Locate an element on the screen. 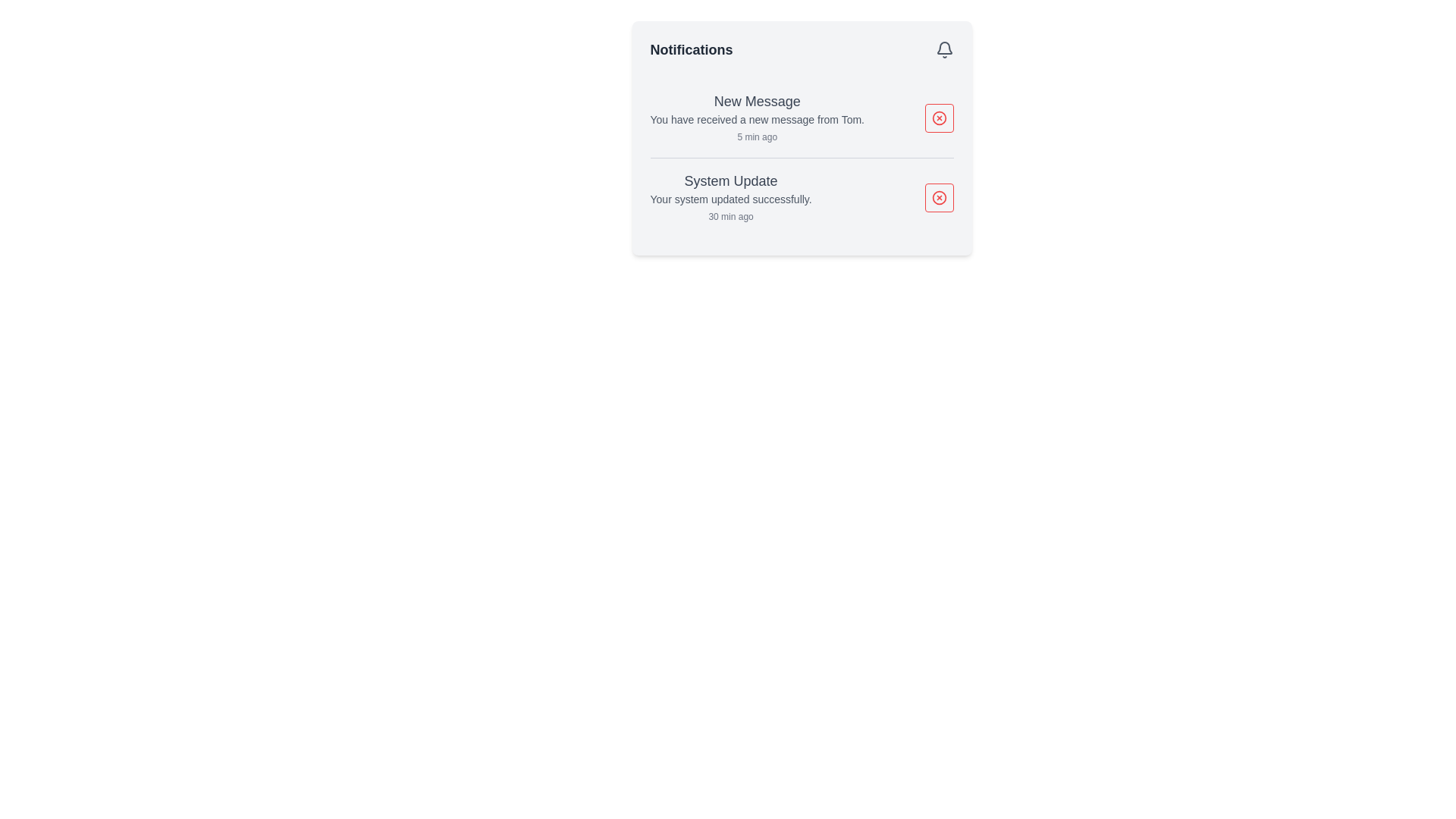 Image resolution: width=1456 pixels, height=819 pixels. the bell-shaped notification icon located in the top-right corner of the 'Notifications' card is located at coordinates (943, 49).